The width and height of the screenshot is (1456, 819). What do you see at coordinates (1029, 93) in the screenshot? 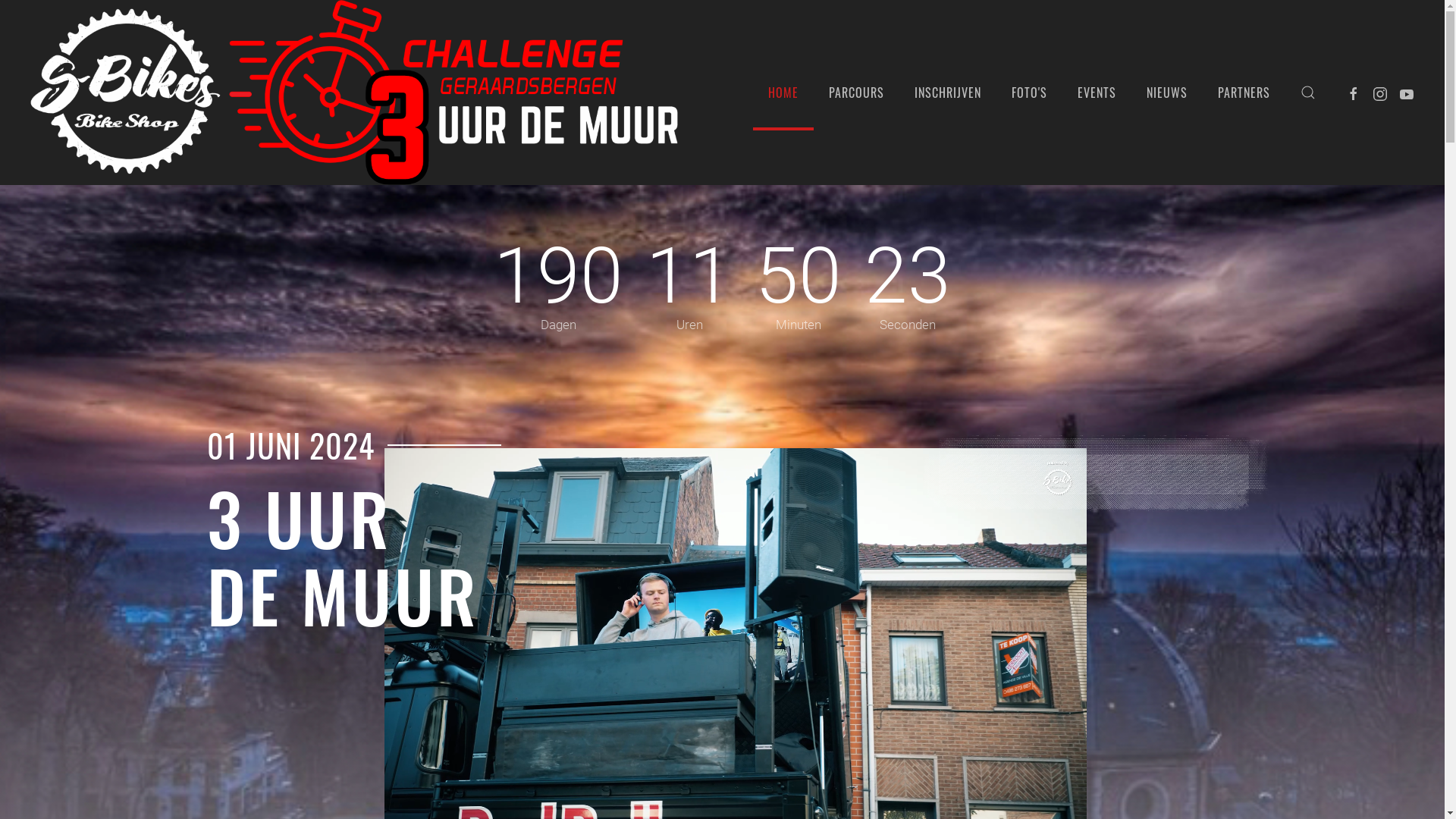
I see `'FOTO'S'` at bounding box center [1029, 93].